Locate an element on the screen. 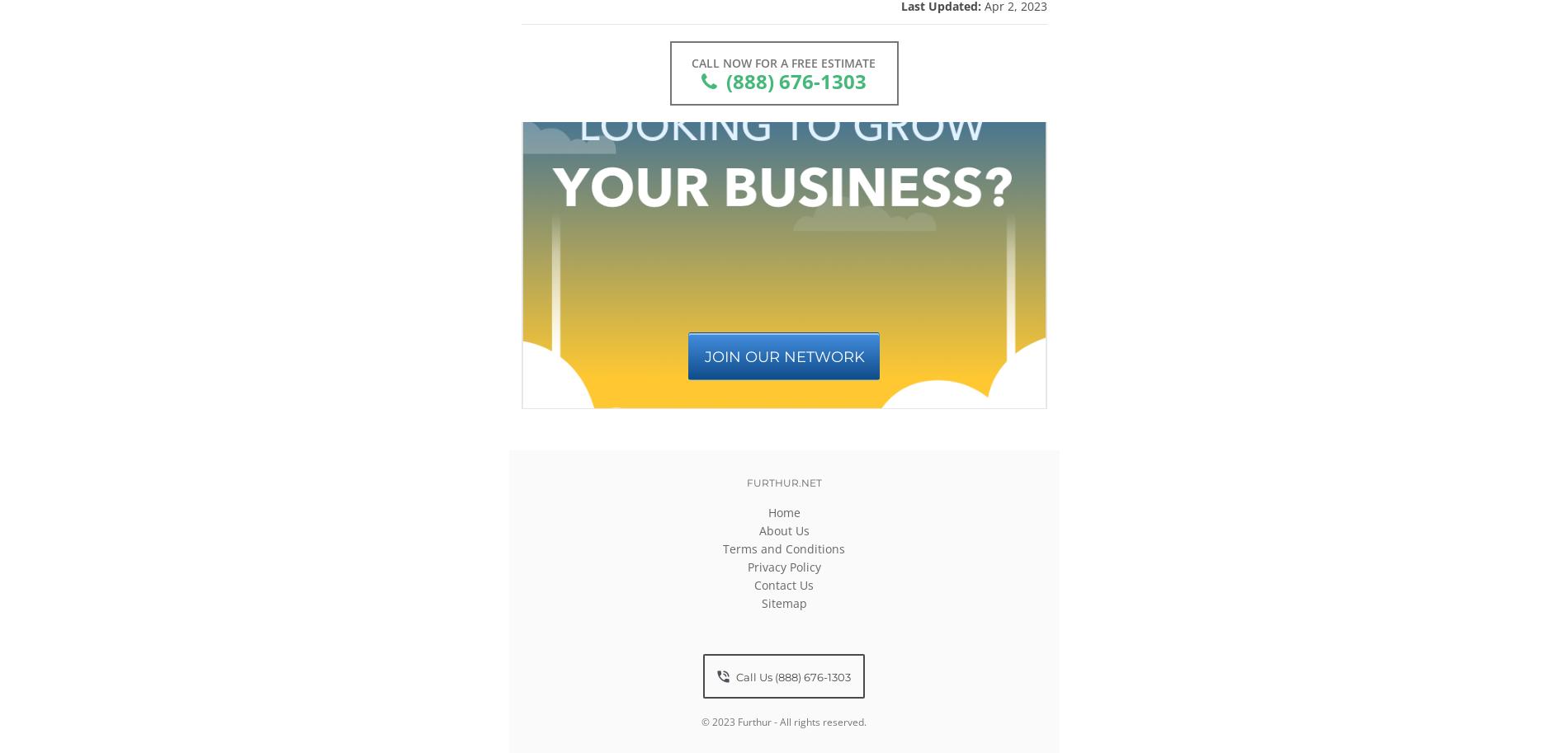 Image resolution: width=1568 pixels, height=753 pixels. 'Terms and Conditions' is located at coordinates (784, 548).